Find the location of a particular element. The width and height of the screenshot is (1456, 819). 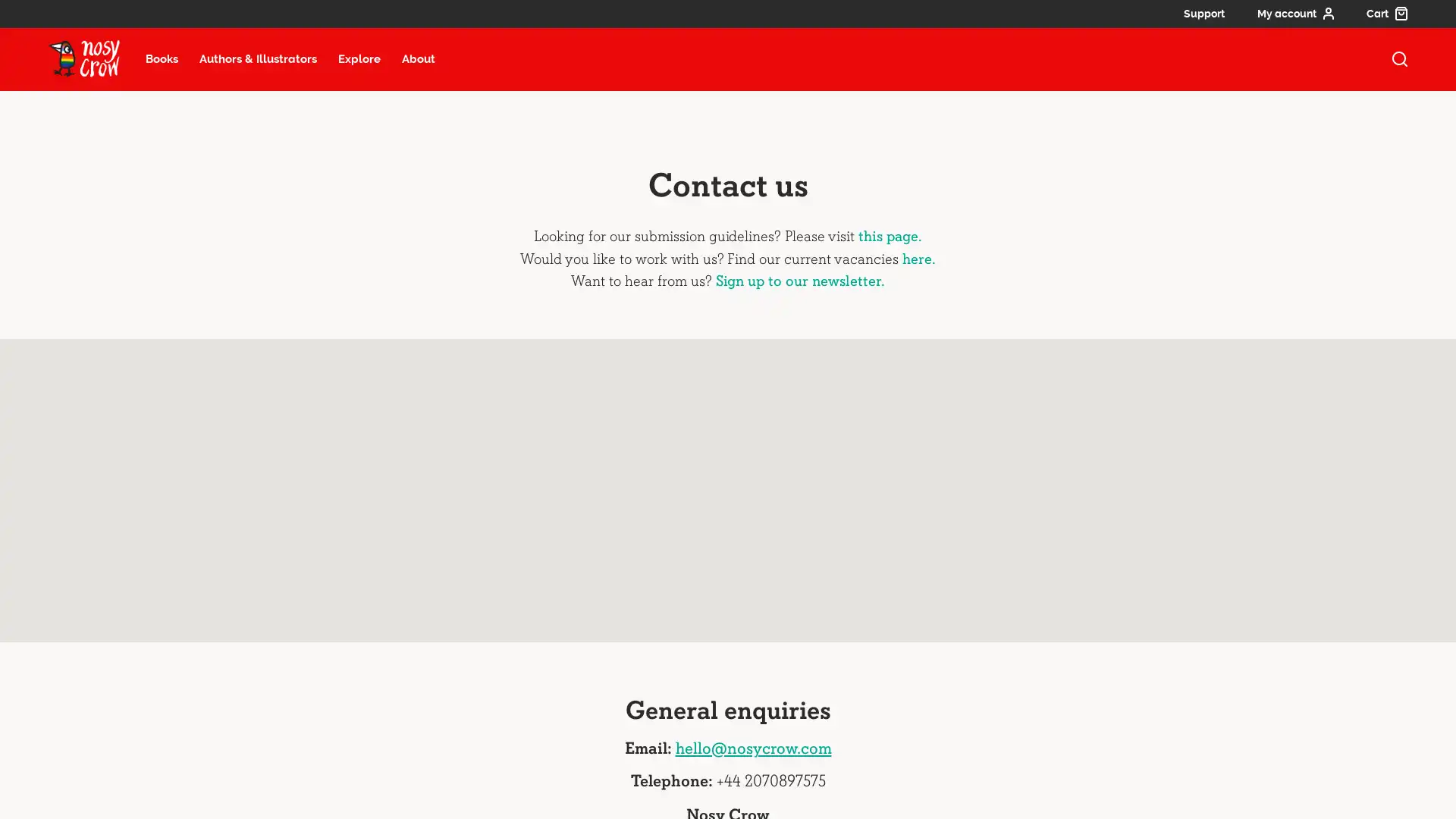

About menu item, select to open about submenu (13 items) is located at coordinates (419, 58).